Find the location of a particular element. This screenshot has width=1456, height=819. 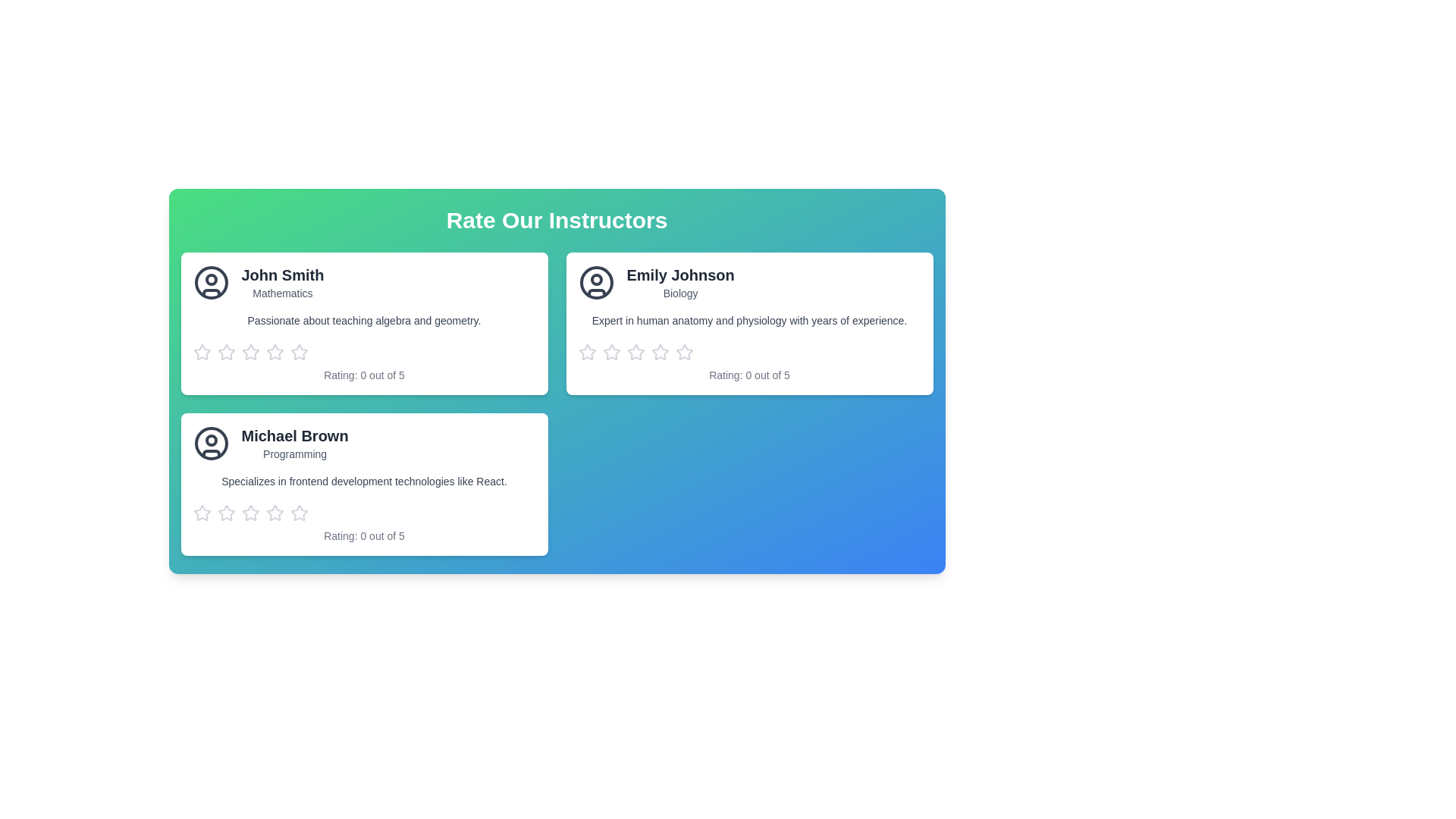

the first rating star icon for 'John Smith' is located at coordinates (250, 352).